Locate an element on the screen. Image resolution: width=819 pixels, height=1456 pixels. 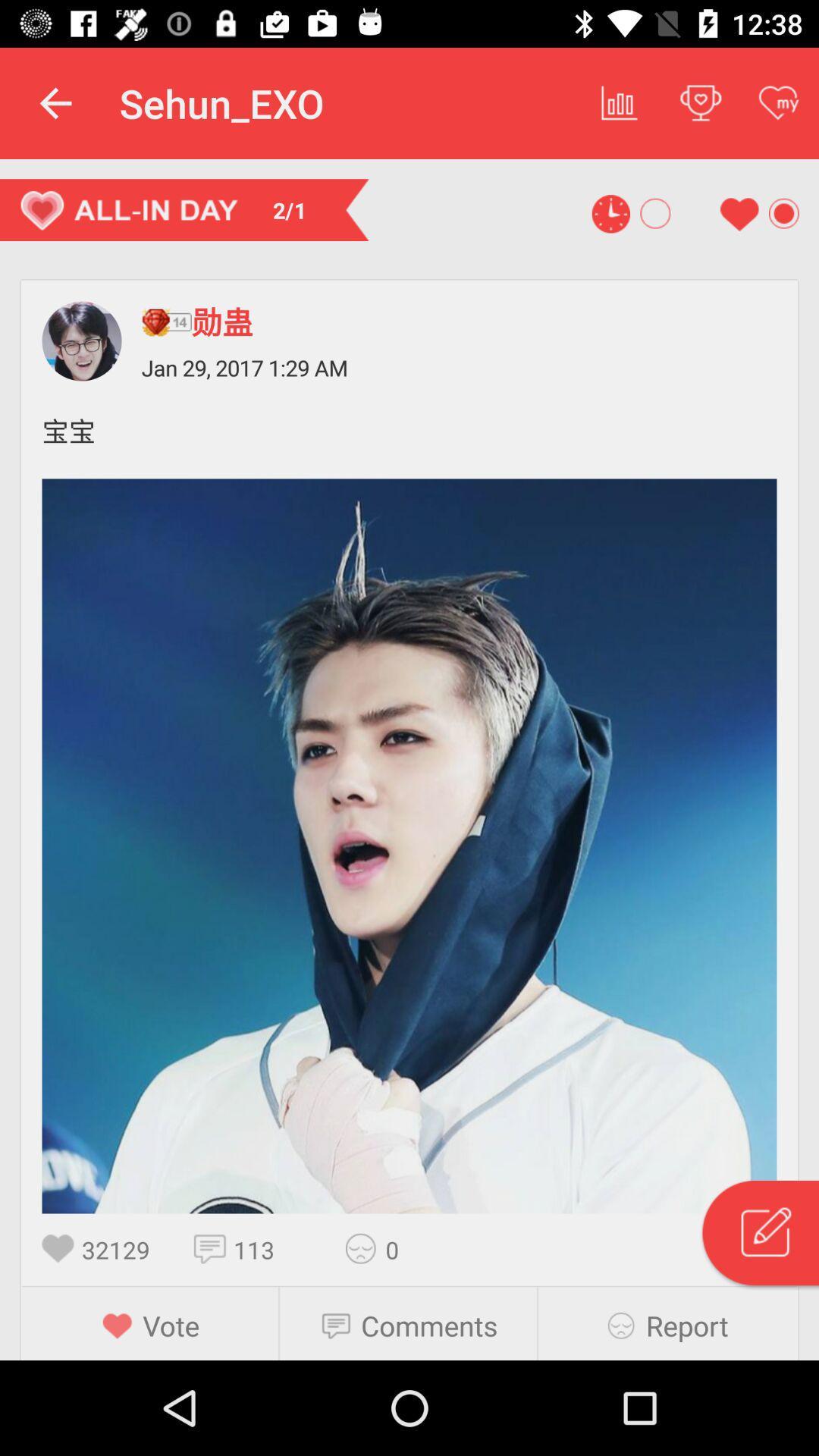
shows search icon is located at coordinates (759, 1235).